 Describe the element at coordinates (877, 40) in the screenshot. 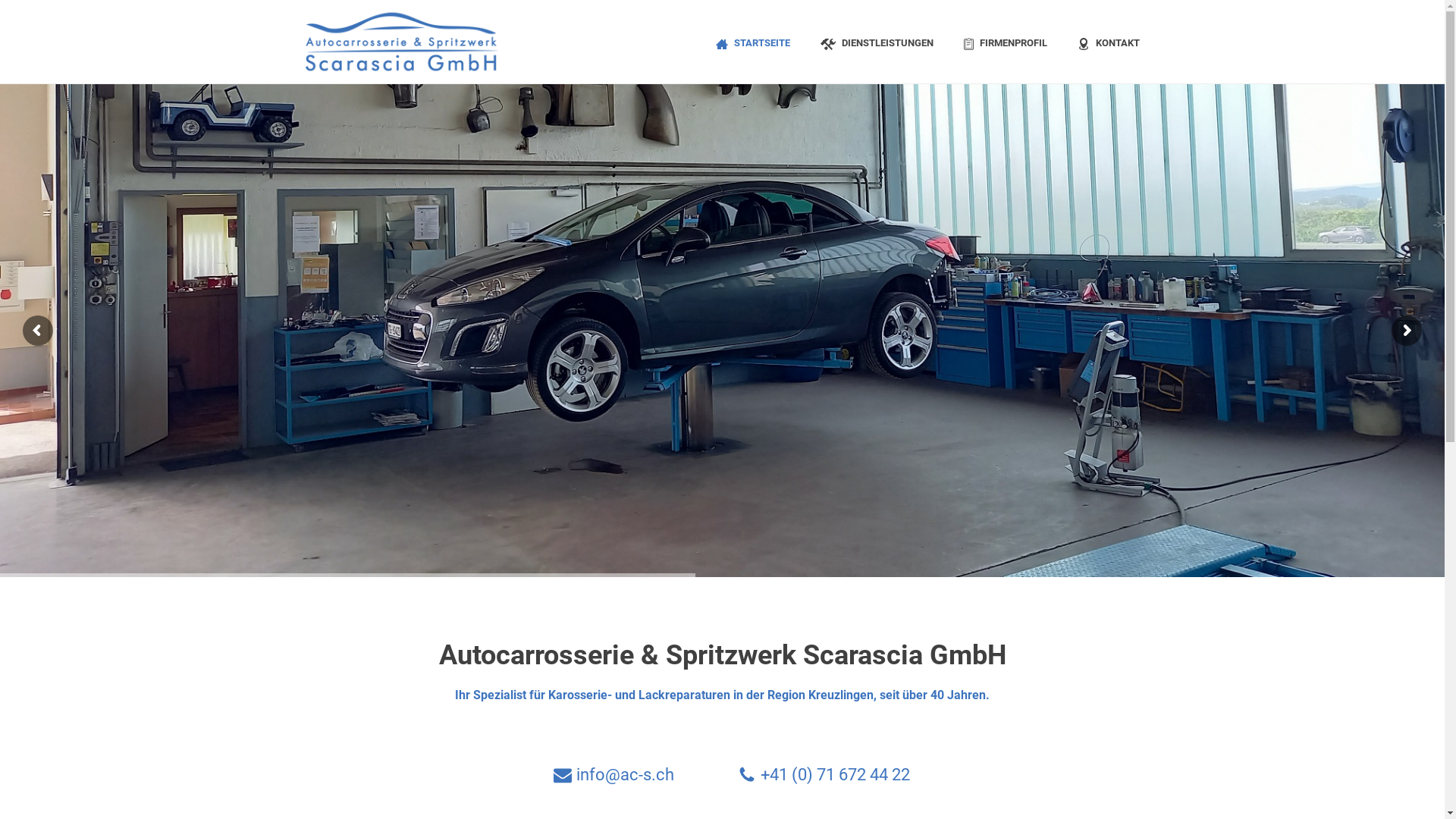

I see `'DIENSTLEISTUNGEN'` at that location.